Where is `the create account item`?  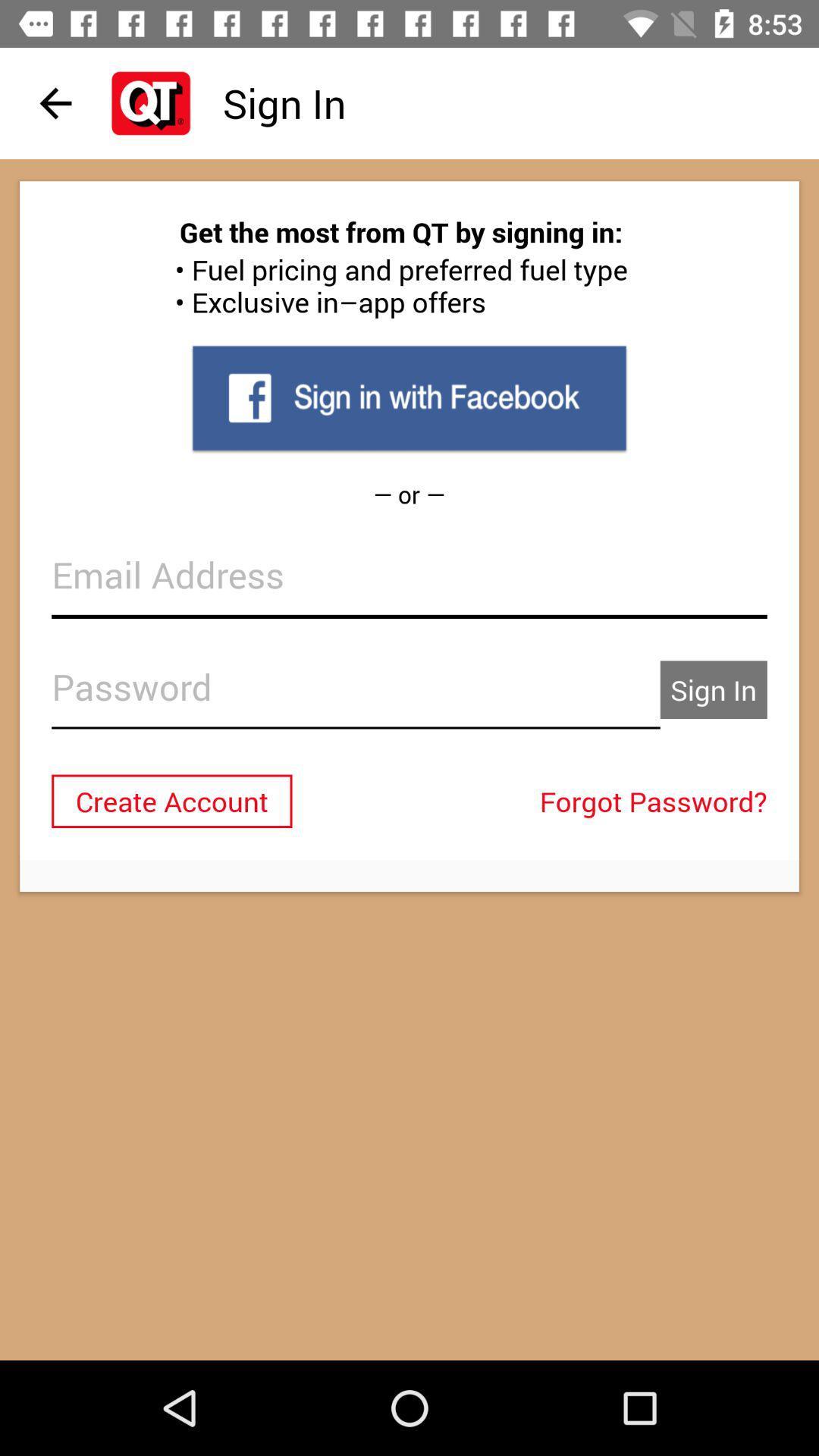
the create account item is located at coordinates (171, 800).